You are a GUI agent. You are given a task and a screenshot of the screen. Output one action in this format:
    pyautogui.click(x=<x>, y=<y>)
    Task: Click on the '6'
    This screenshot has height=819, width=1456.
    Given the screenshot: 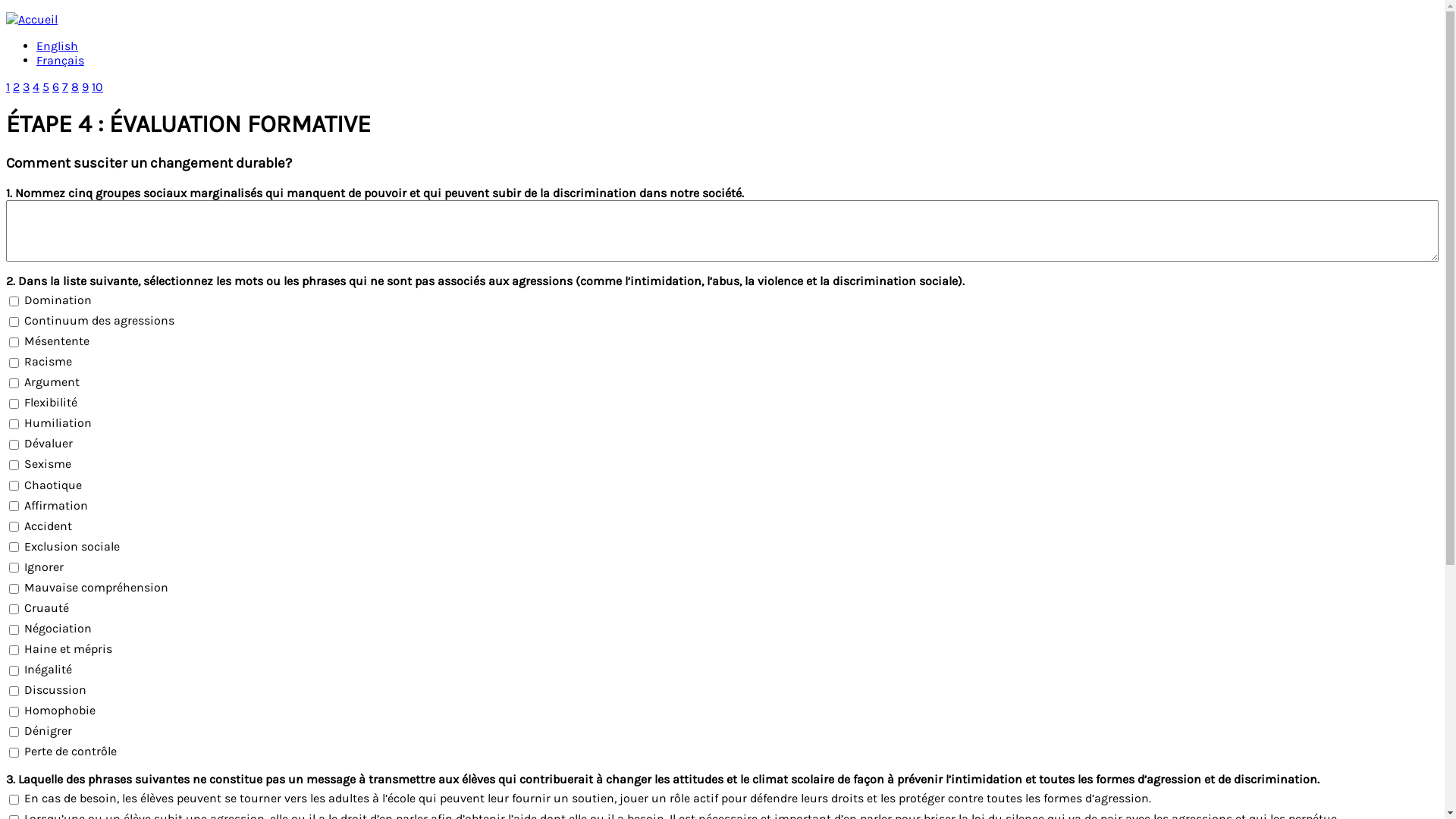 What is the action you would take?
    pyautogui.click(x=52, y=86)
    